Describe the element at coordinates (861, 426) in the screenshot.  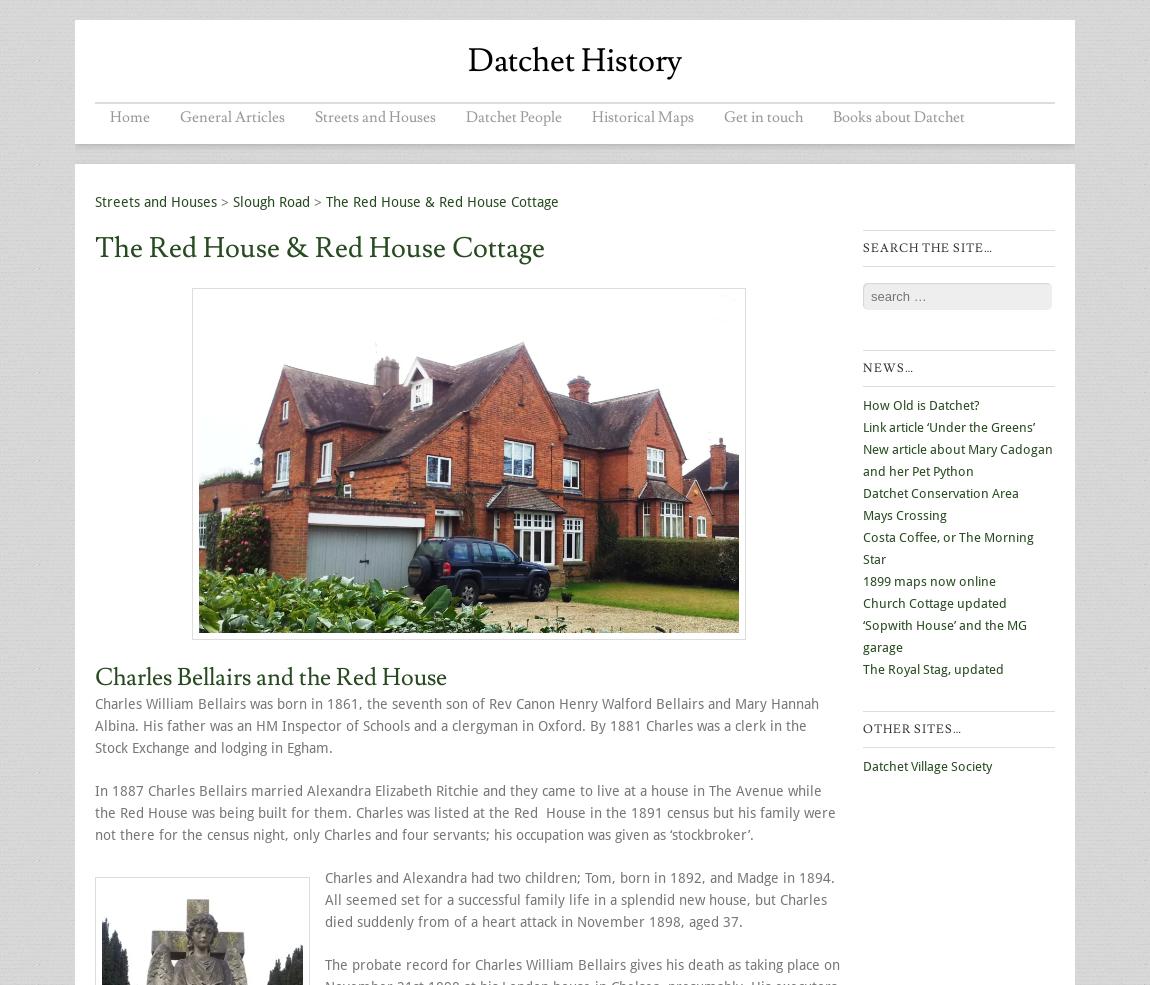
I see `'Link article ‘Under the Greens’'` at that location.